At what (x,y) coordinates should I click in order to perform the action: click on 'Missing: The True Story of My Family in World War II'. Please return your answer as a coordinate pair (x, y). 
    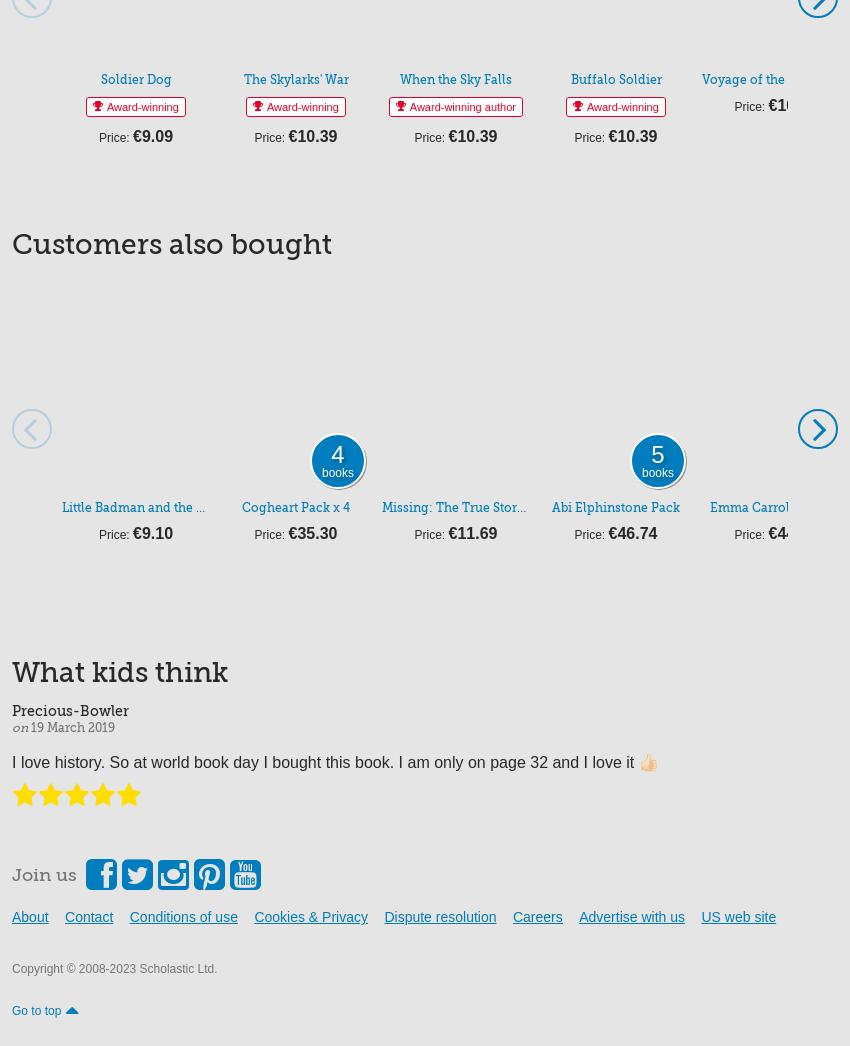
    Looking at the image, I should click on (539, 506).